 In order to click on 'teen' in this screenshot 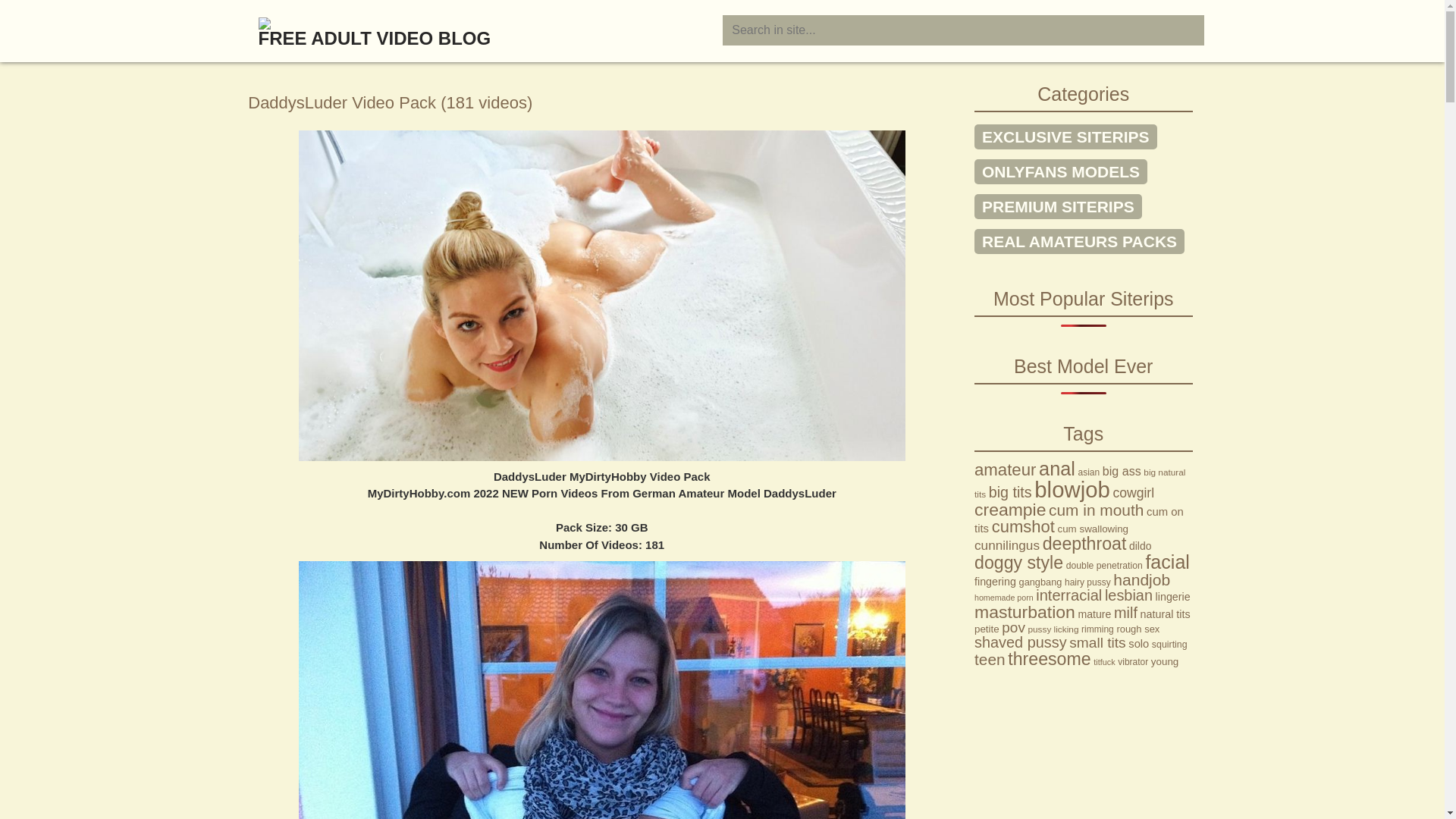, I will do `click(990, 658)`.